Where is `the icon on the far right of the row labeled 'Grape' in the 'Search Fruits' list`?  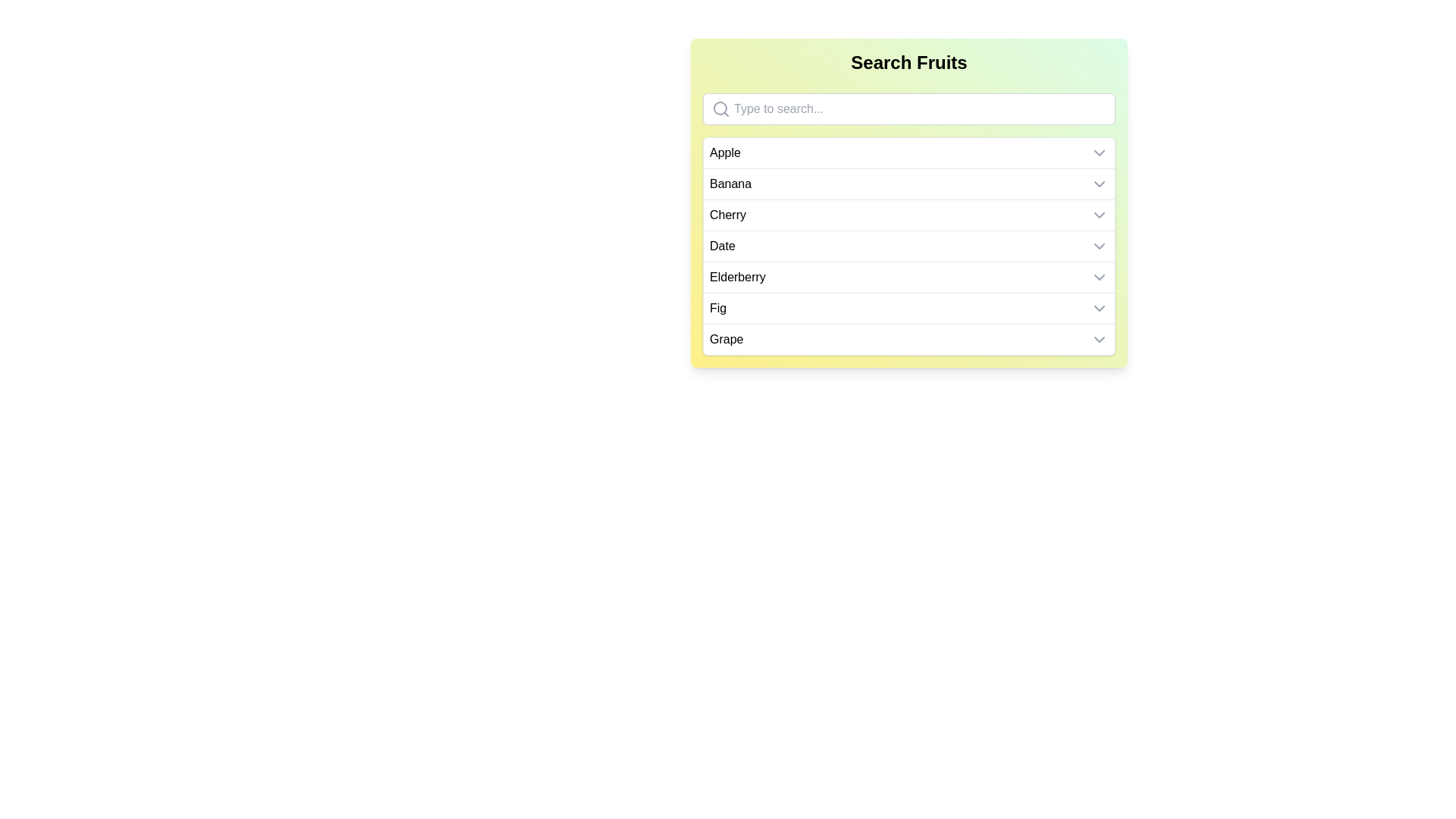
the icon on the far right of the row labeled 'Grape' in the 'Search Fruits' list is located at coordinates (1099, 338).